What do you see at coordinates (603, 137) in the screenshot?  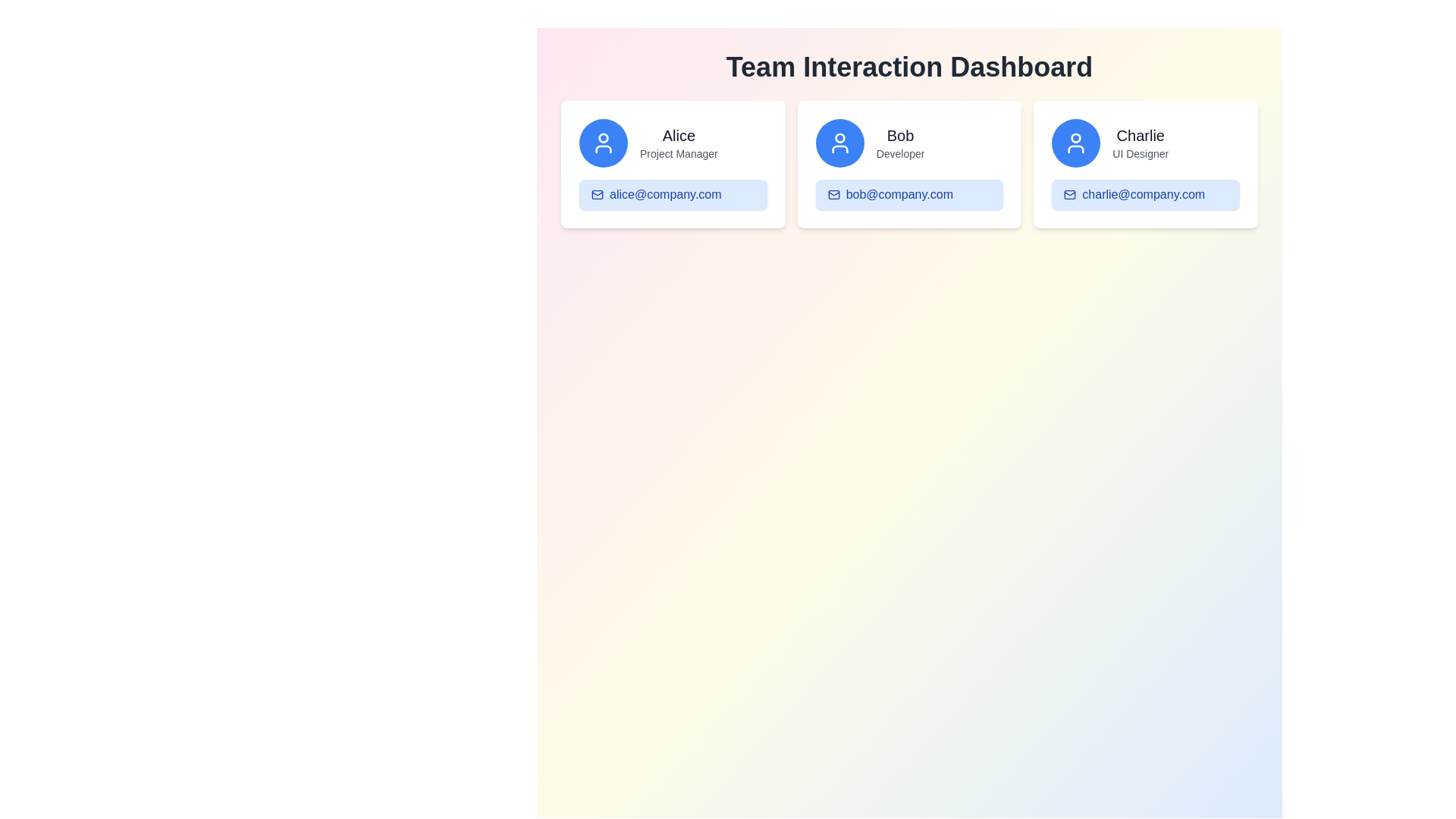 I see `the small circular shape within the user profile icon representing 'Alice' in the Team Interaction Dashboard` at bounding box center [603, 137].